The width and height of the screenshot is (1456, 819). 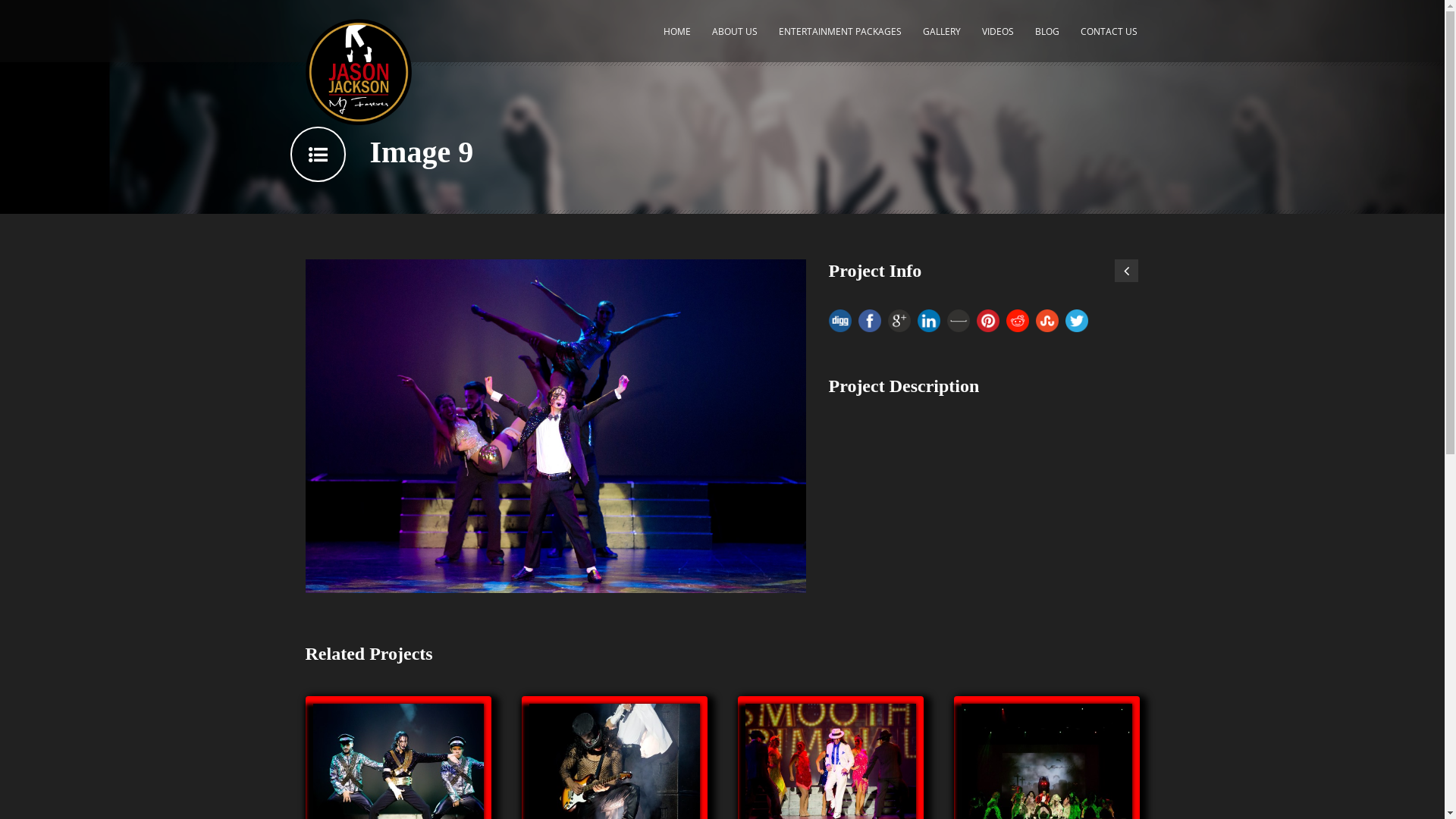 I want to click on 'CONTACT US', so click(x=1109, y=38).